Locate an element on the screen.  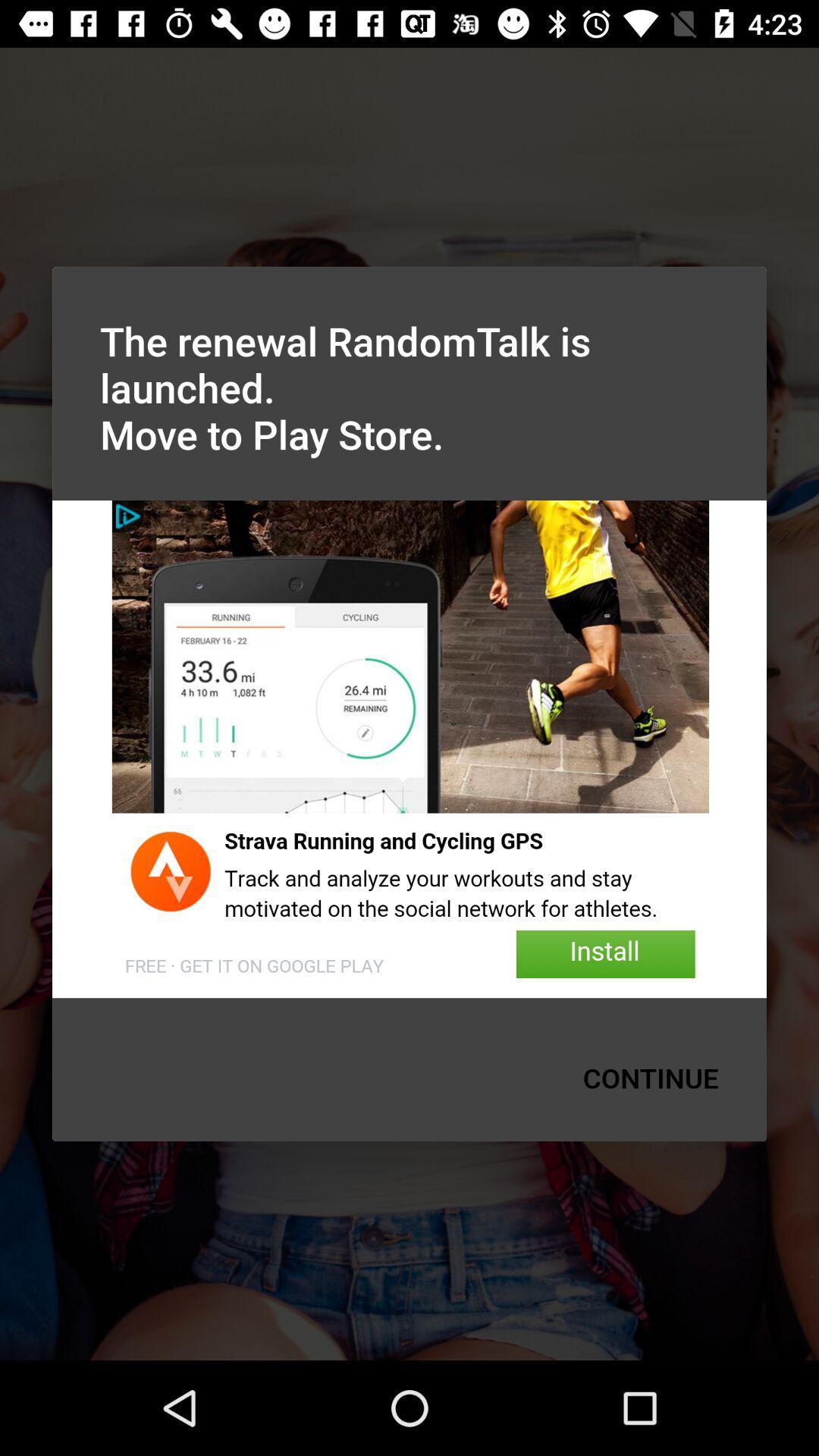
to install is located at coordinates (409, 749).